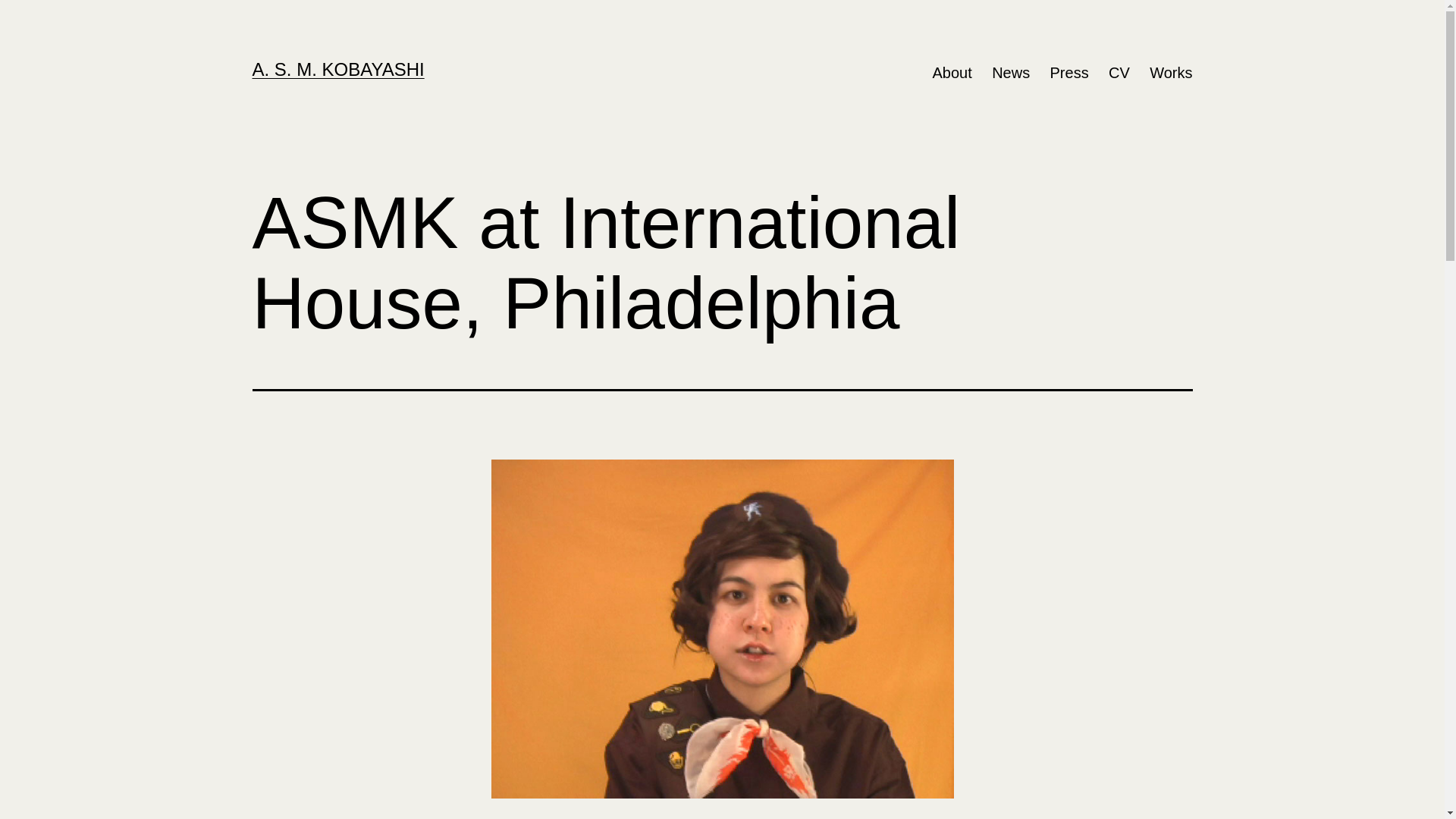  Describe the element at coordinates (1119, 73) in the screenshot. I see `'CV'` at that location.